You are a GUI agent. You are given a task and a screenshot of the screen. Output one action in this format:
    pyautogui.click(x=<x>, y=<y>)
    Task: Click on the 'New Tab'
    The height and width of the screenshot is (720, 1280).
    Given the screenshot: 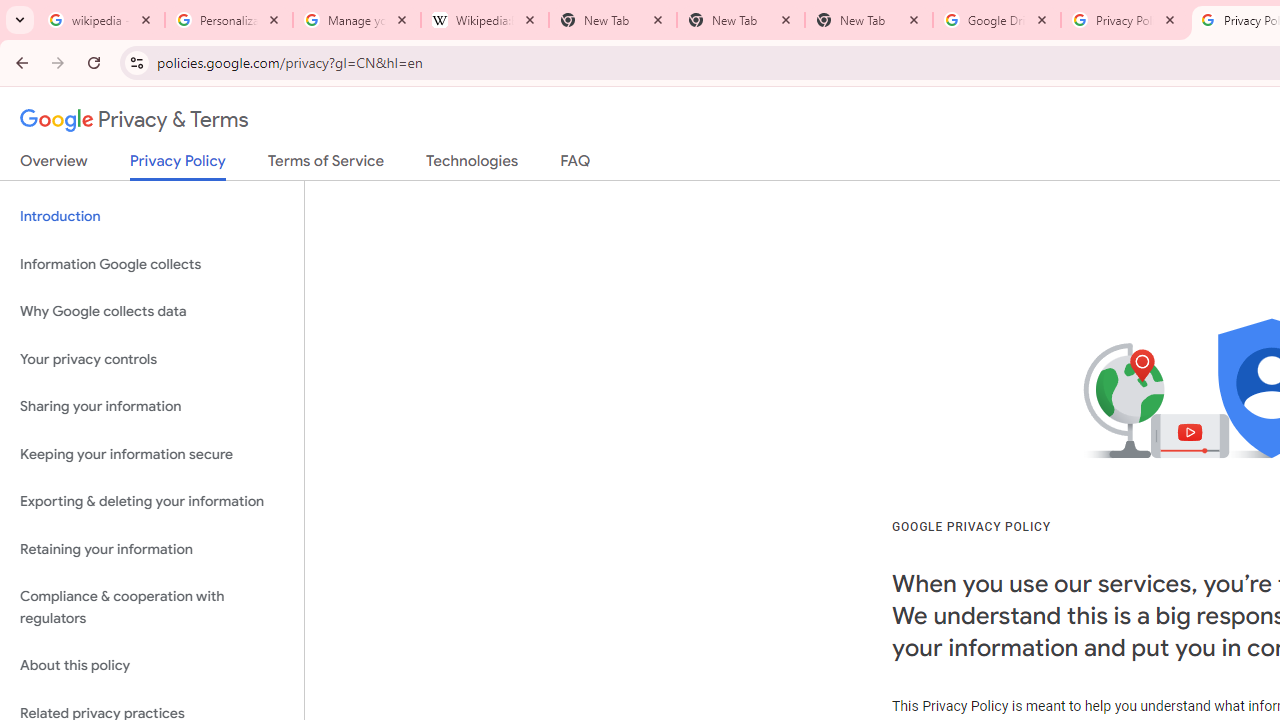 What is the action you would take?
    pyautogui.click(x=869, y=20)
    